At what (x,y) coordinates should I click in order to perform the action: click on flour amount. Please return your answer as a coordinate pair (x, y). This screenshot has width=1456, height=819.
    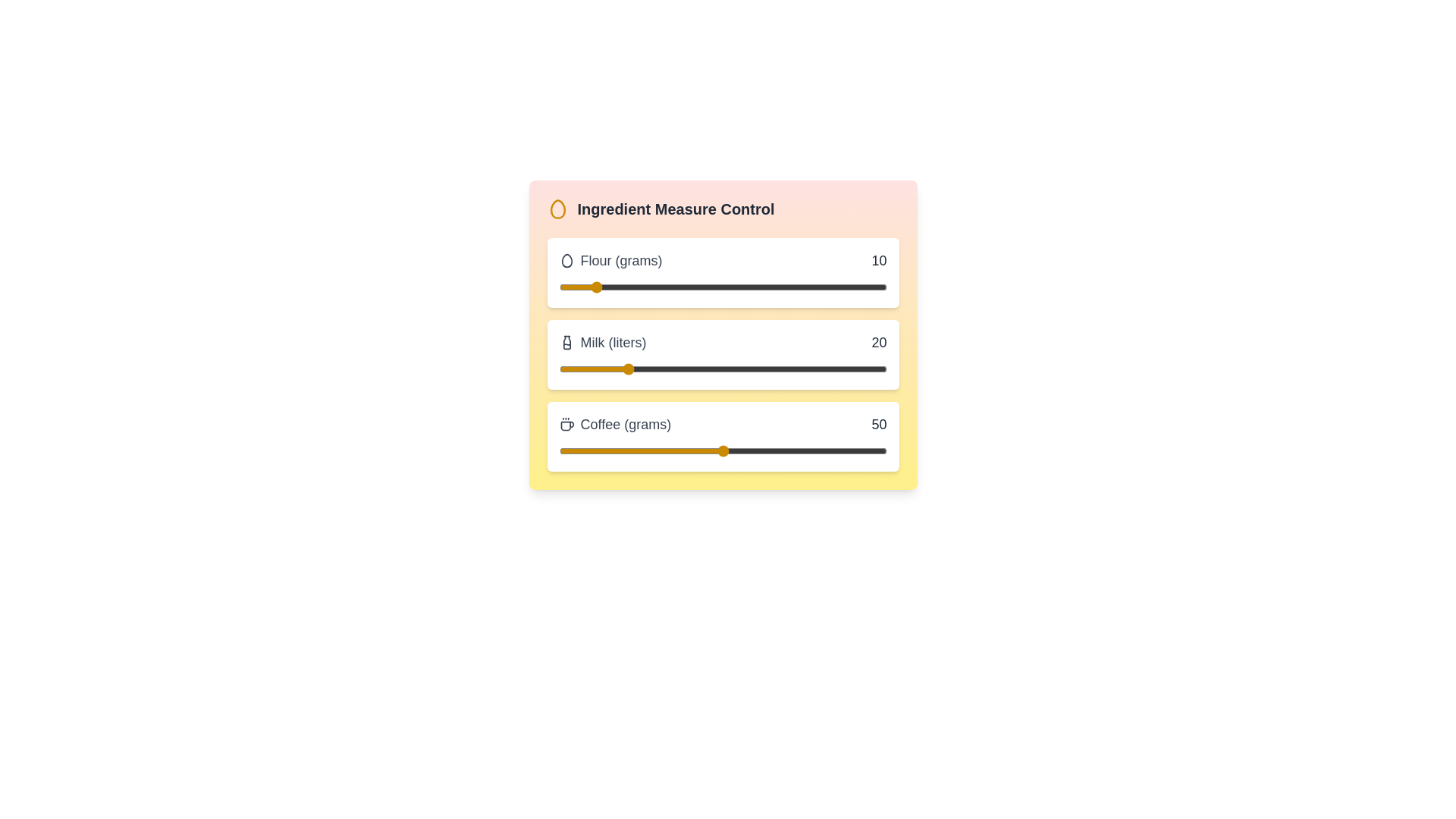
    Looking at the image, I should click on (689, 287).